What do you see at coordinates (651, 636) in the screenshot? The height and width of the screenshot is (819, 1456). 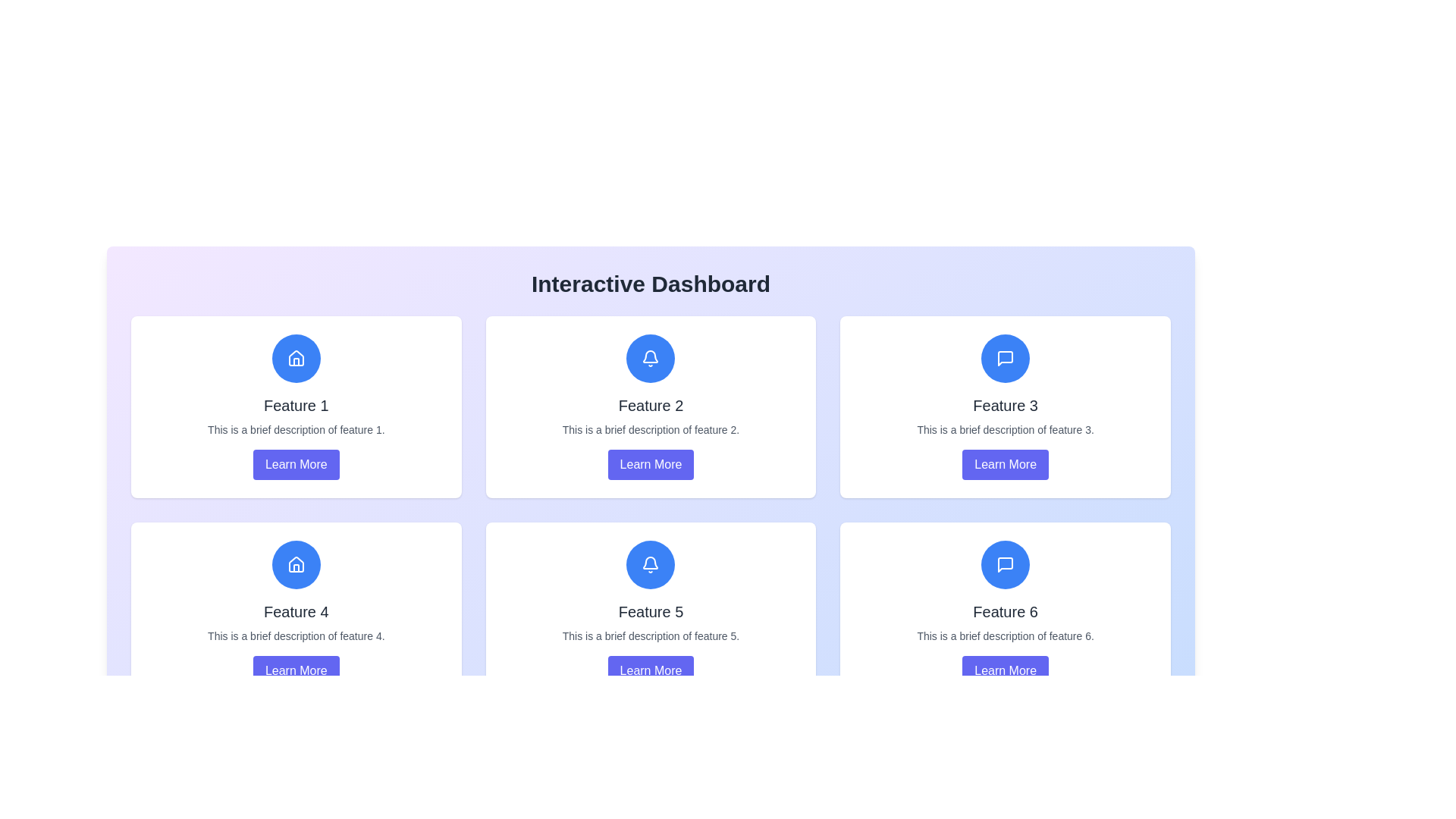 I see `the text block containing 'This is a brief description of feature 5.' which is positioned beneath the heading 'Feature 5' and above the button labeled 'Learn More'` at bounding box center [651, 636].